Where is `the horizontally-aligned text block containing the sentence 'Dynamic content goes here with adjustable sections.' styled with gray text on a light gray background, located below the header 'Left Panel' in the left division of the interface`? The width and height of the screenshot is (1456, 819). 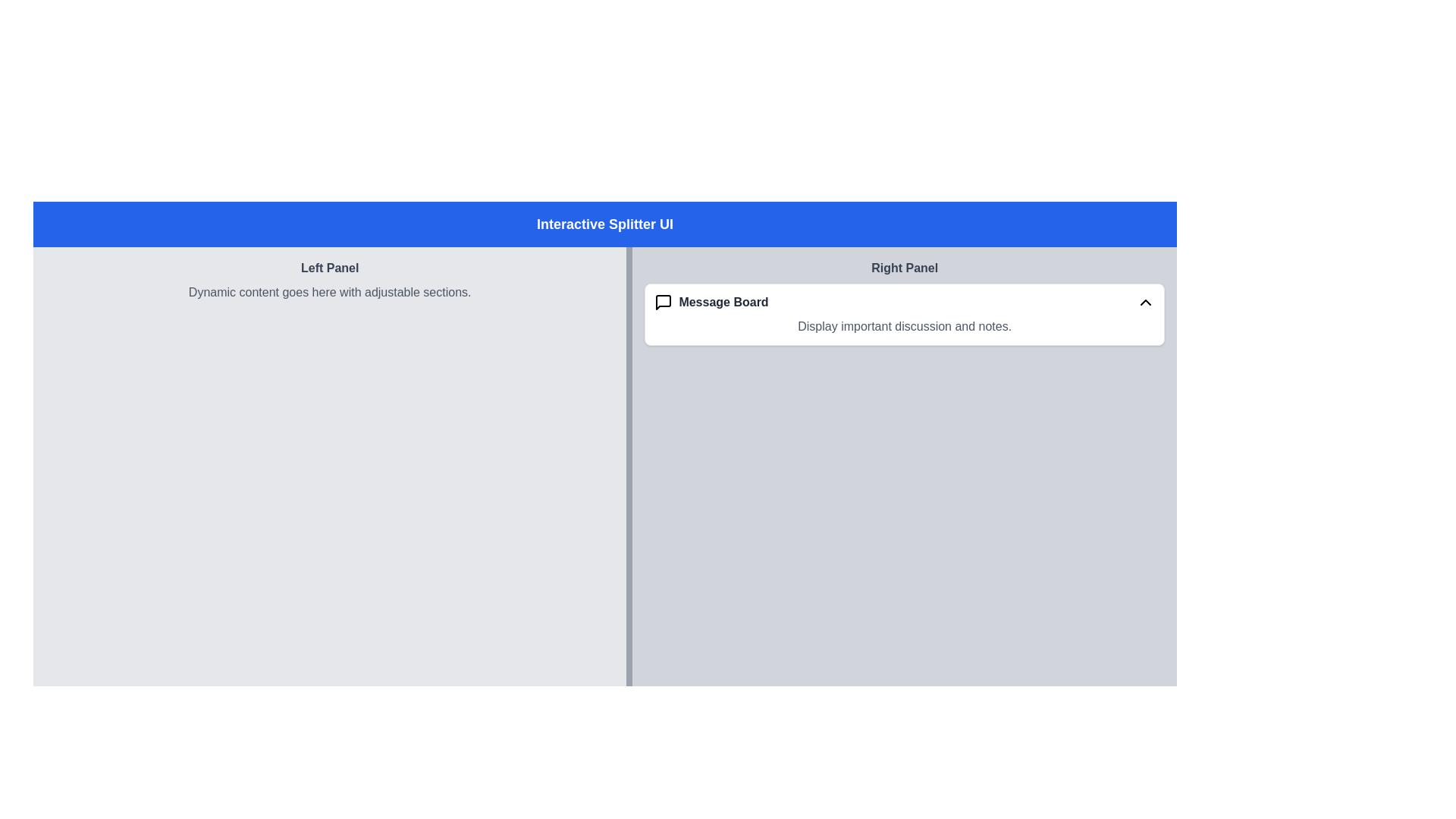 the horizontally-aligned text block containing the sentence 'Dynamic content goes here with adjustable sections.' styled with gray text on a light gray background, located below the header 'Left Panel' in the left division of the interface is located at coordinates (329, 292).